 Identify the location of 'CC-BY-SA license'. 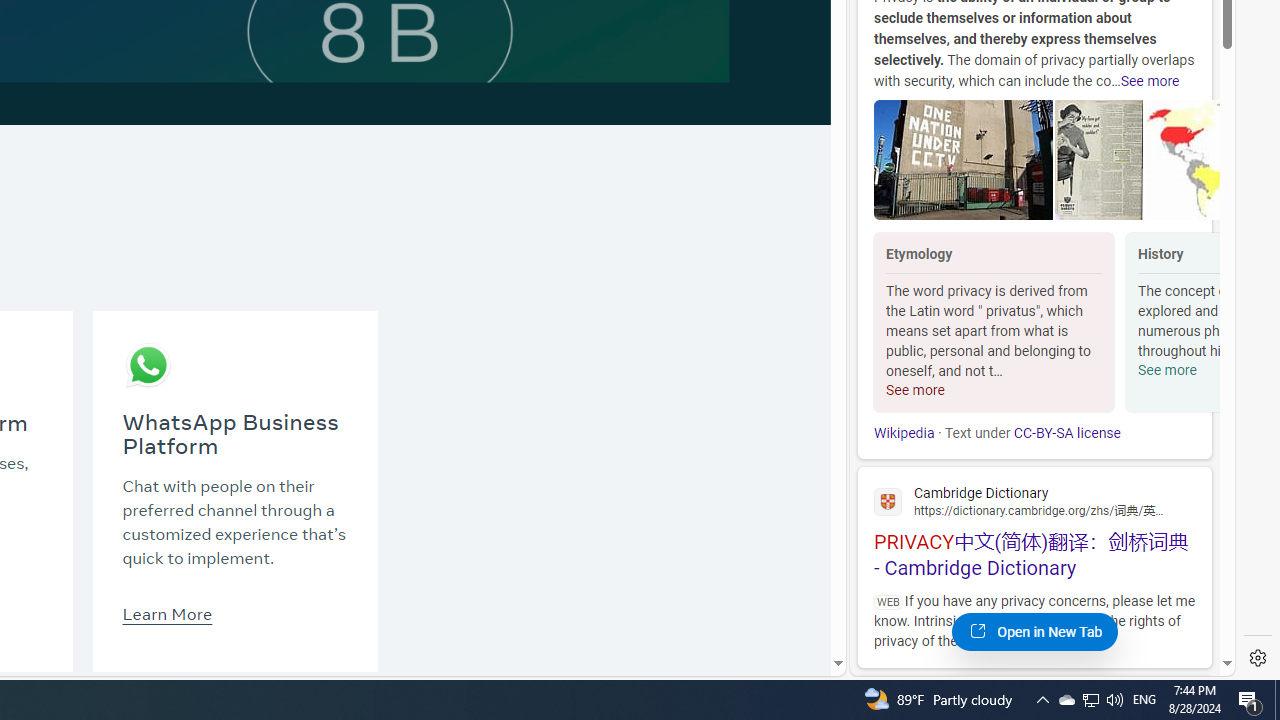
(1065, 432).